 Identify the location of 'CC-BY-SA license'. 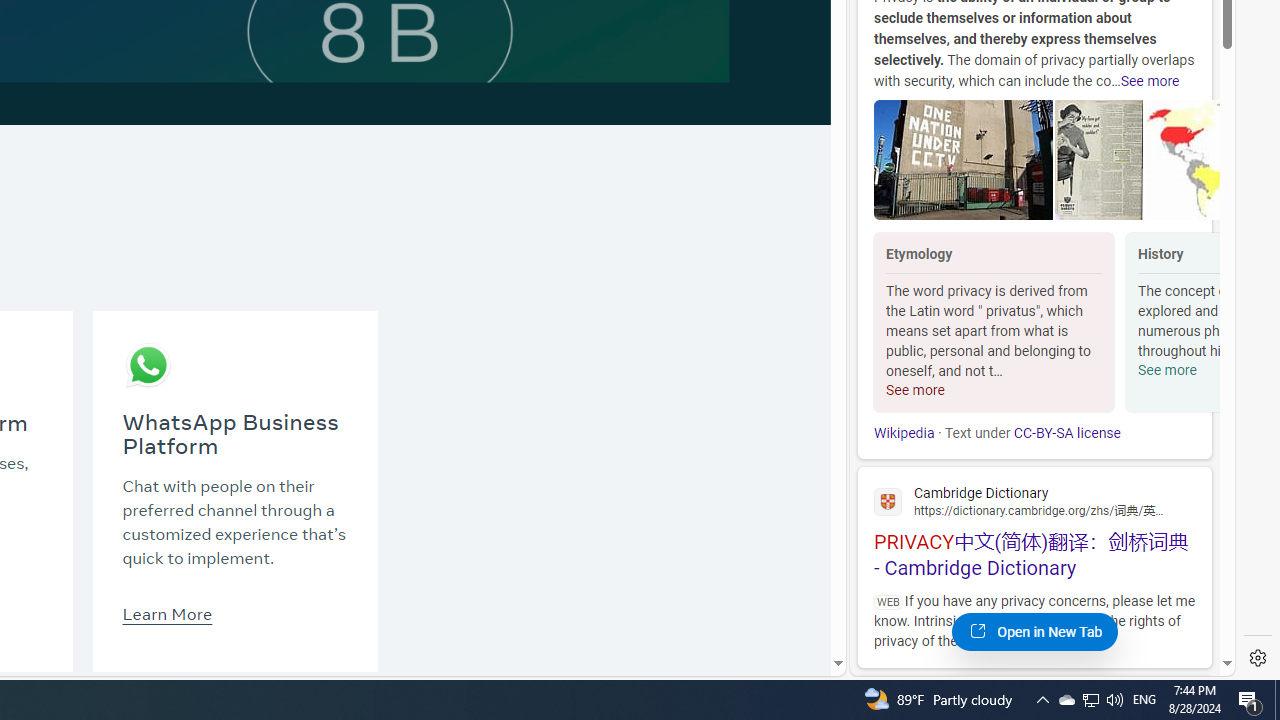
(1065, 432).